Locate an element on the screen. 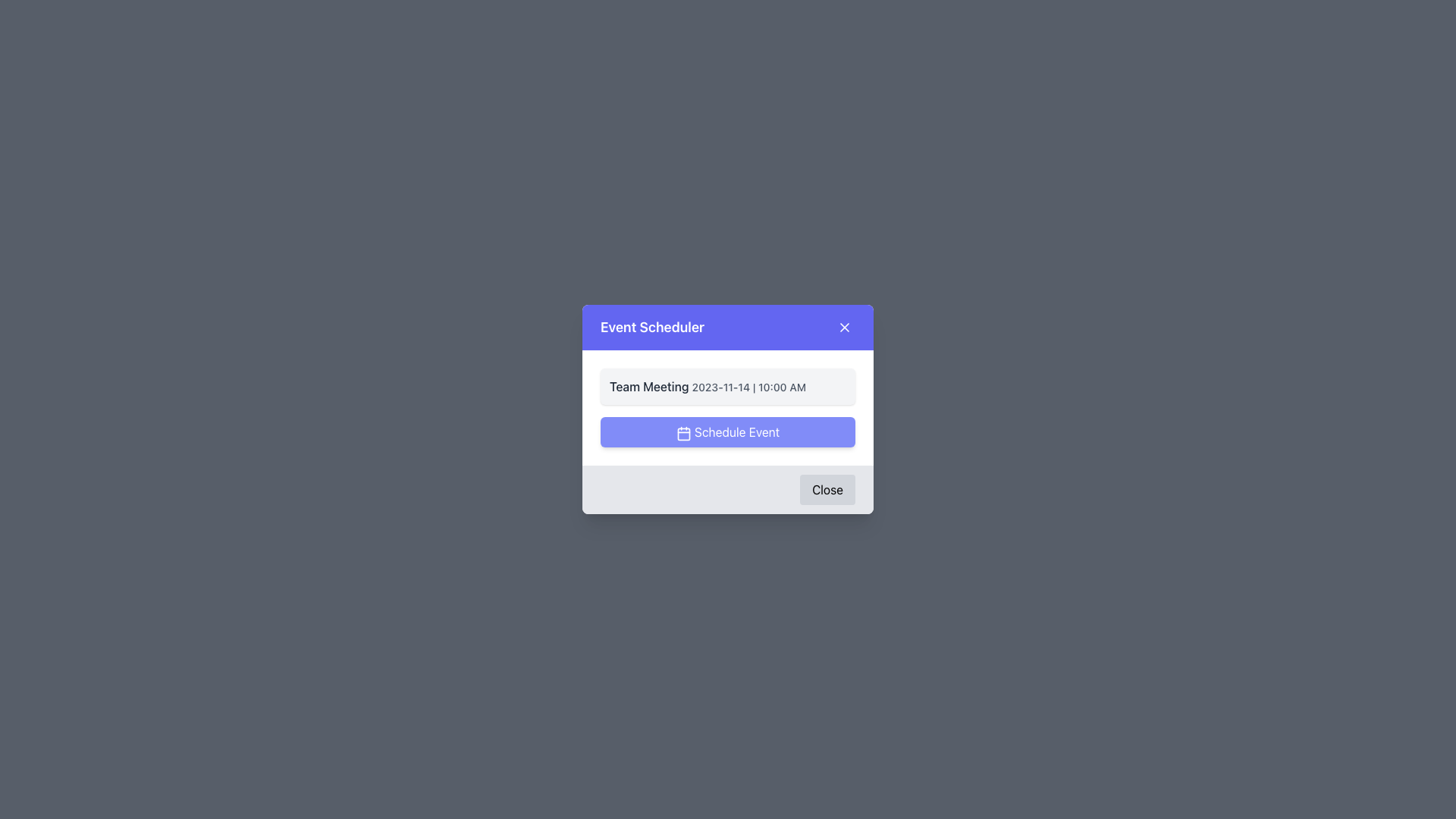 The image size is (1456, 819). the text label that serves as the title of the dialog box related to event scheduling, positioned in the header area with a purple background is located at coordinates (652, 327).